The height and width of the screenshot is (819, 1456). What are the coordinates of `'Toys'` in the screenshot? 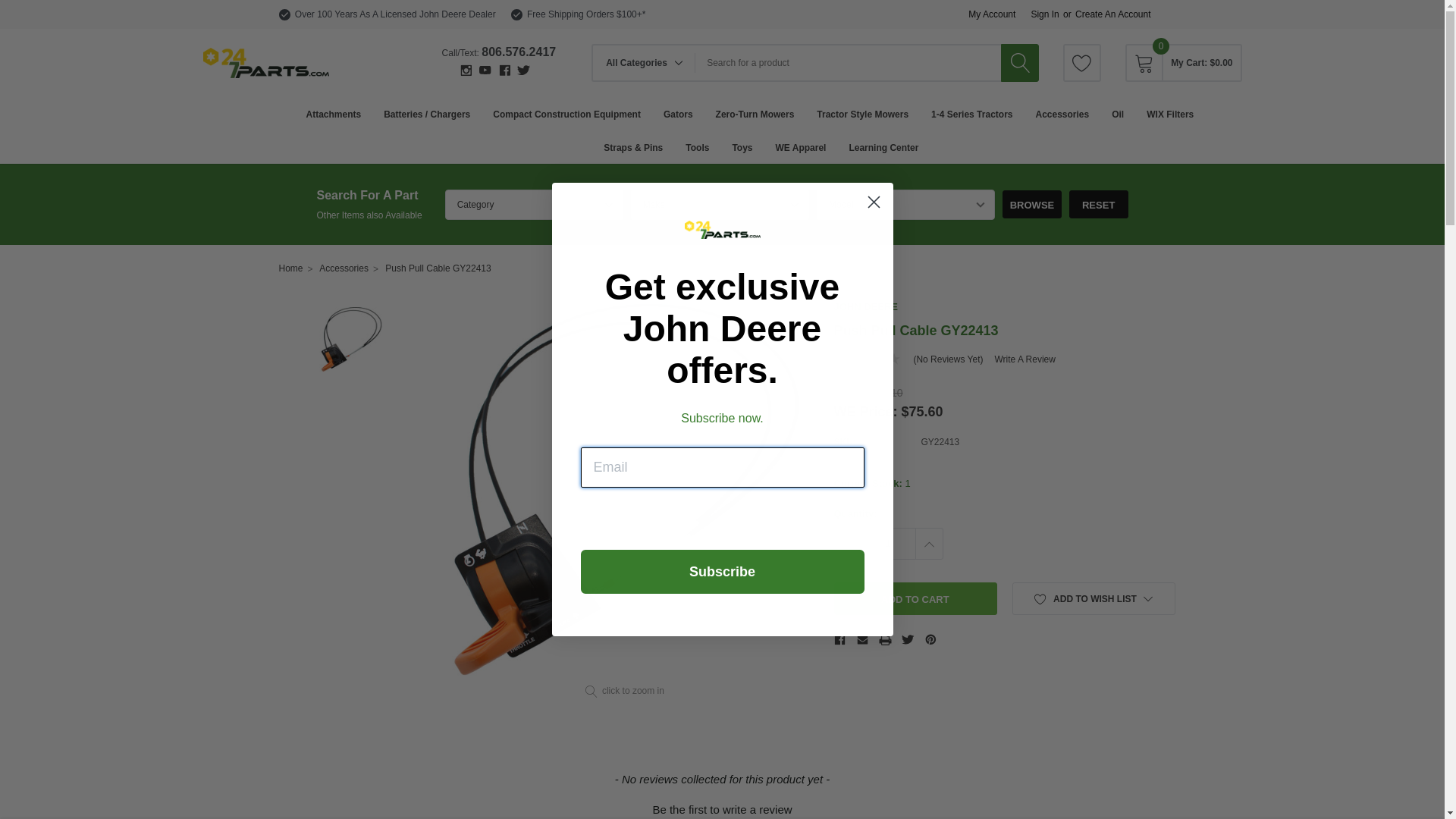 It's located at (742, 146).